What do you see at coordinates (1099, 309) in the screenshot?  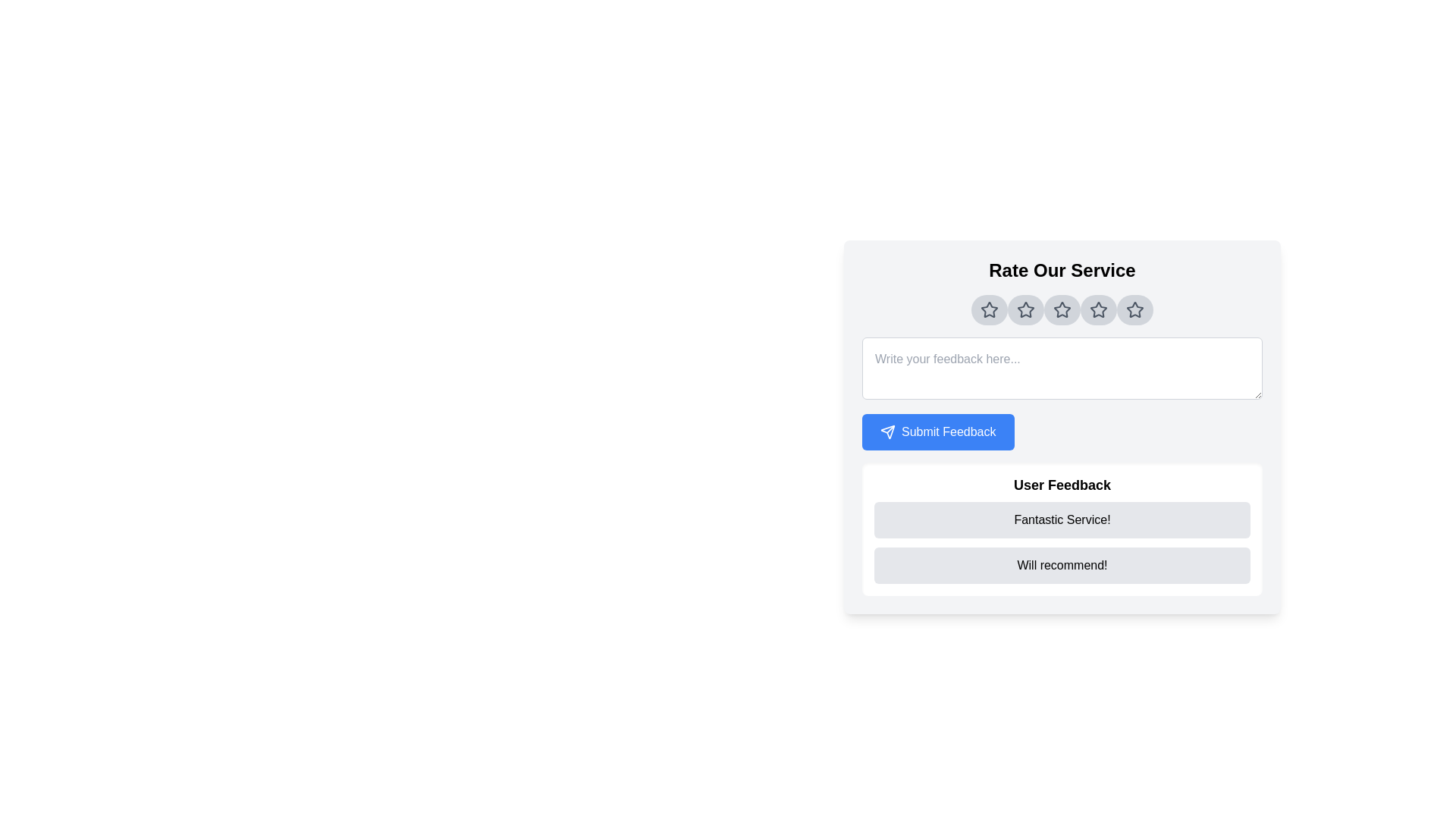 I see `the fifth circular button with a star icon` at bounding box center [1099, 309].